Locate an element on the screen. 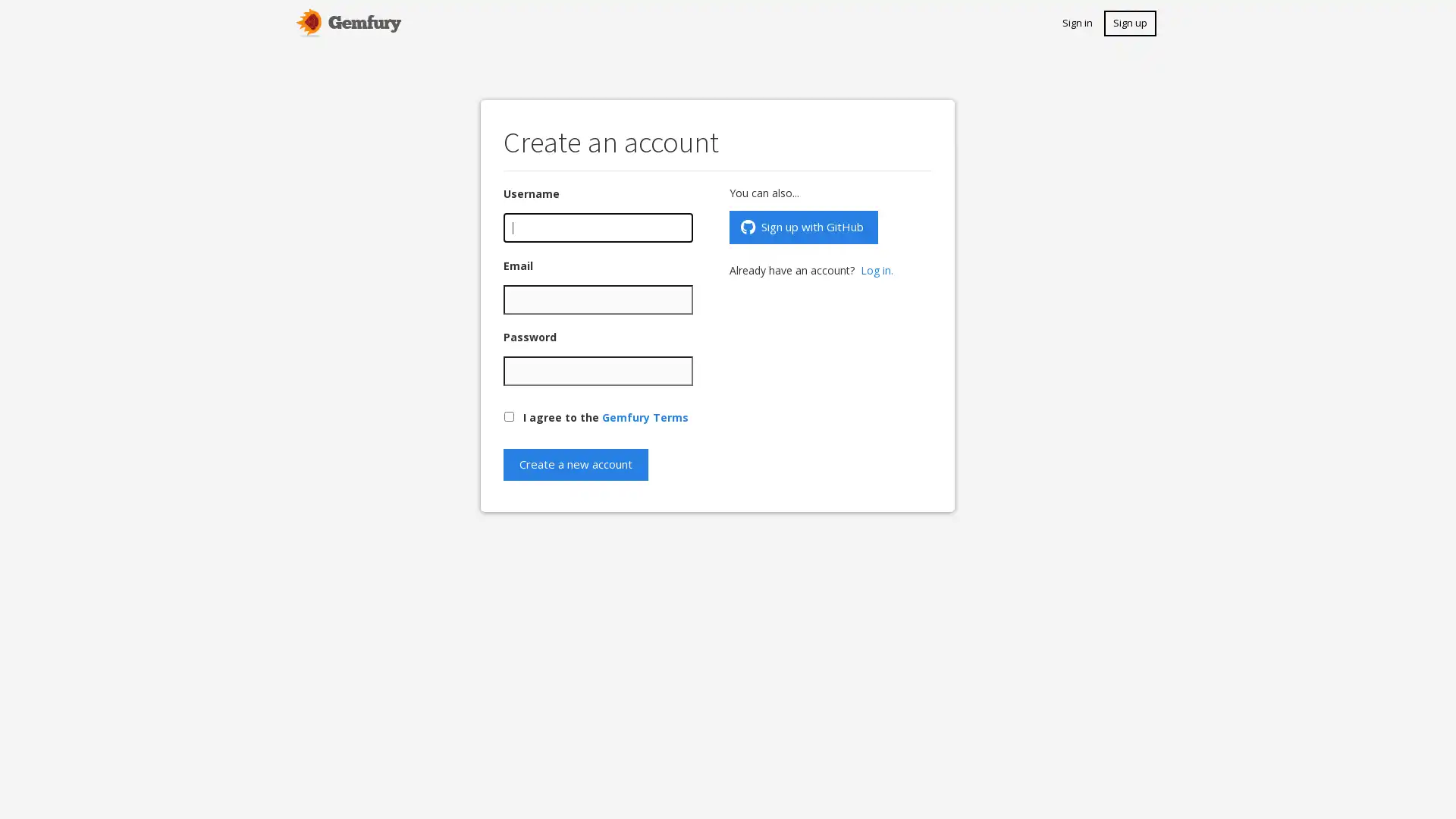  Create a new account is located at coordinates (575, 463).